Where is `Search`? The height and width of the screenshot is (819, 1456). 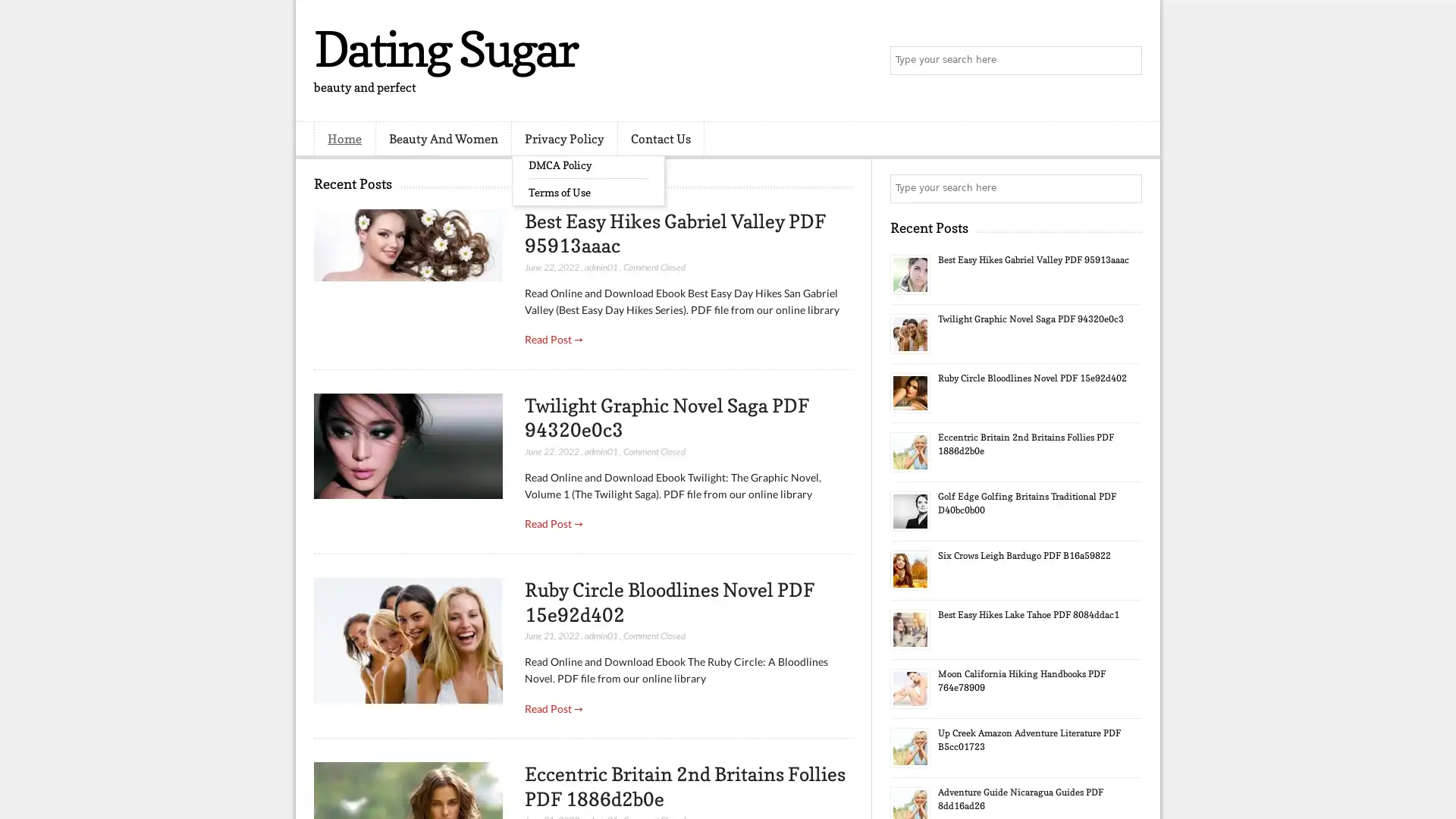 Search is located at coordinates (1126, 61).